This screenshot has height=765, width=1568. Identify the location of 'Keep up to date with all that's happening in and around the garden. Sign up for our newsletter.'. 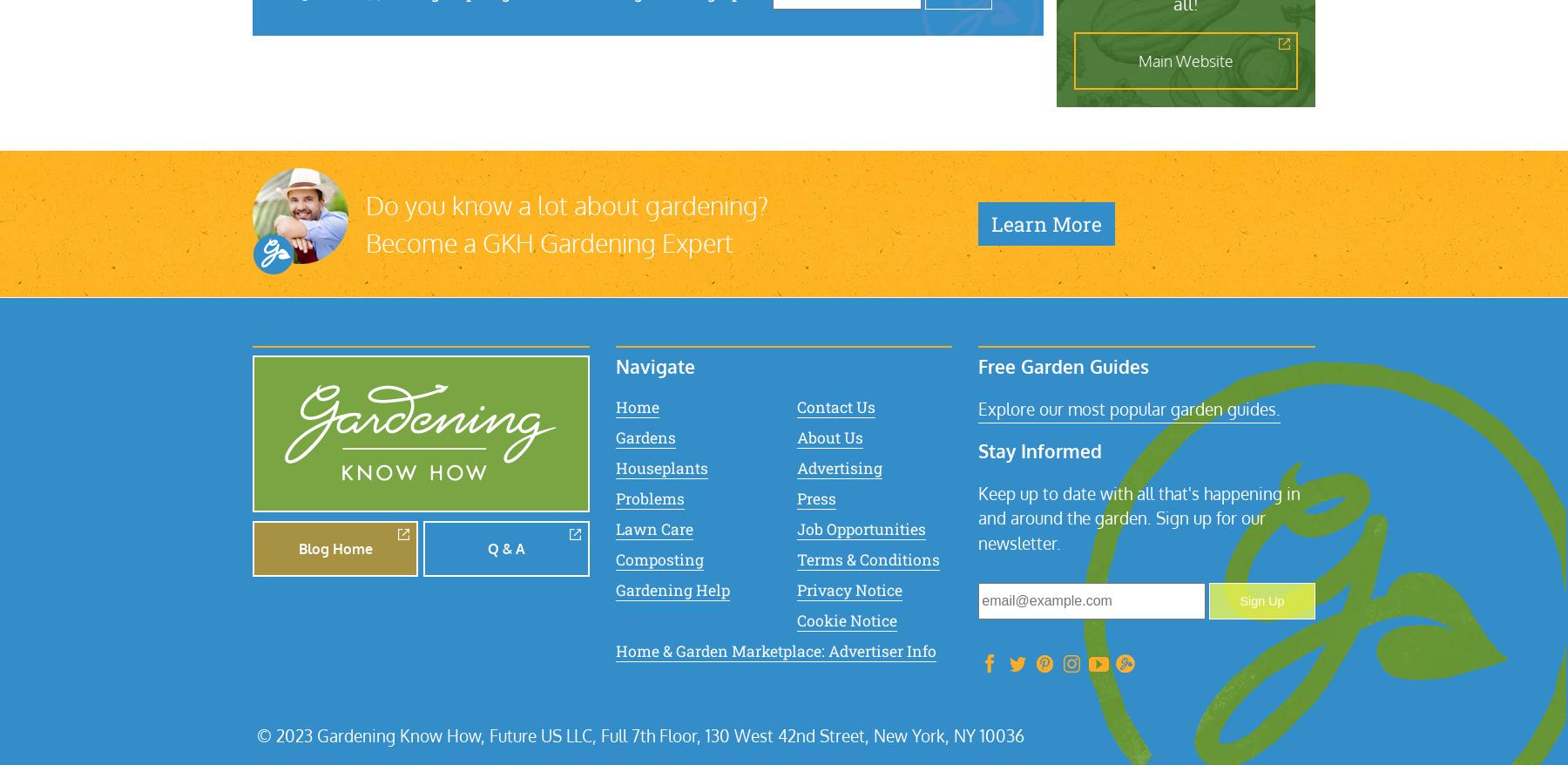
(1139, 518).